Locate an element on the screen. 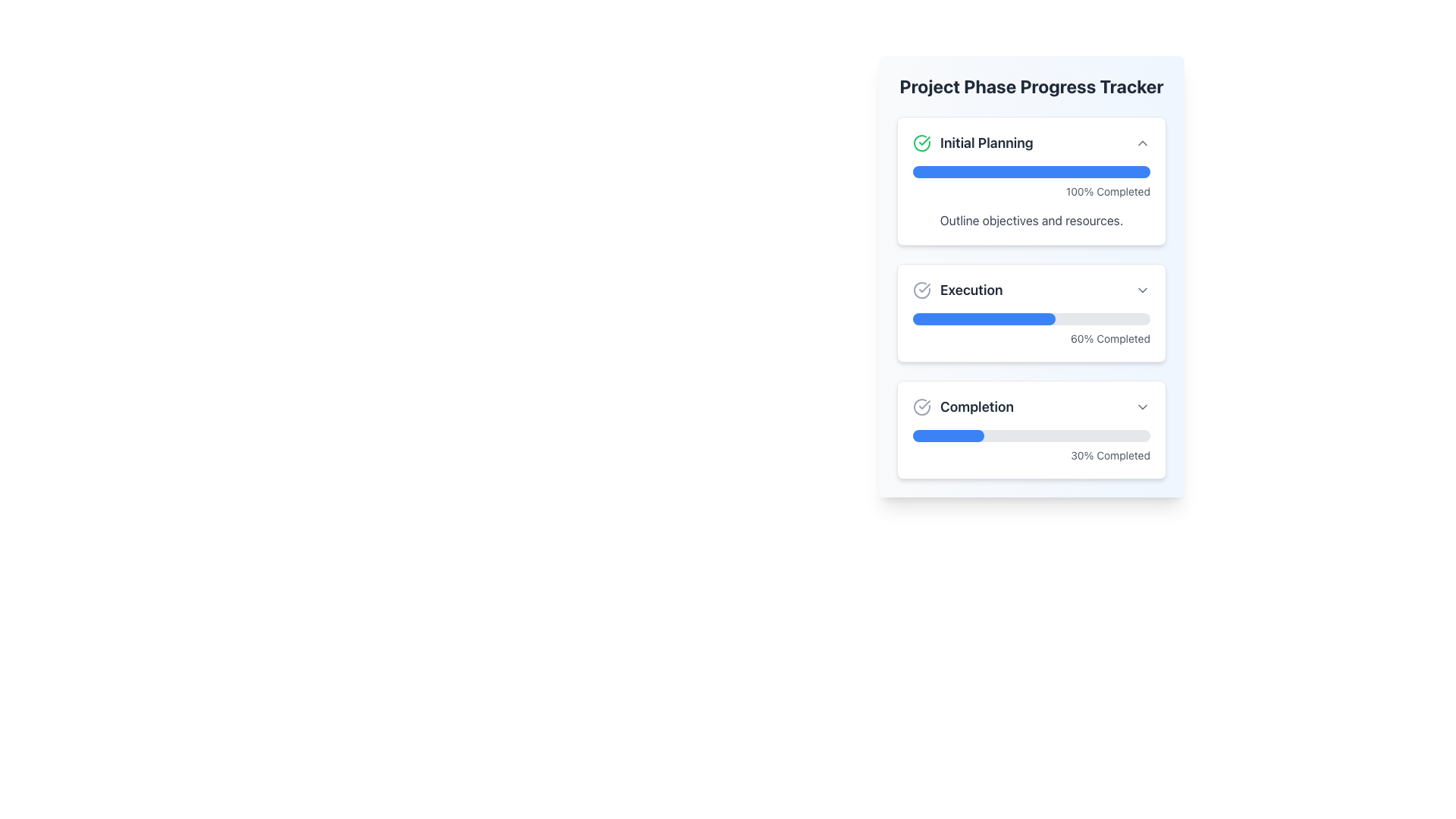 This screenshot has width=1456, height=819. the small chevron-up icon in the 'Initial Planning' section of the 'Project Phase Progress Tracker' for visual feedback is located at coordinates (1143, 143).